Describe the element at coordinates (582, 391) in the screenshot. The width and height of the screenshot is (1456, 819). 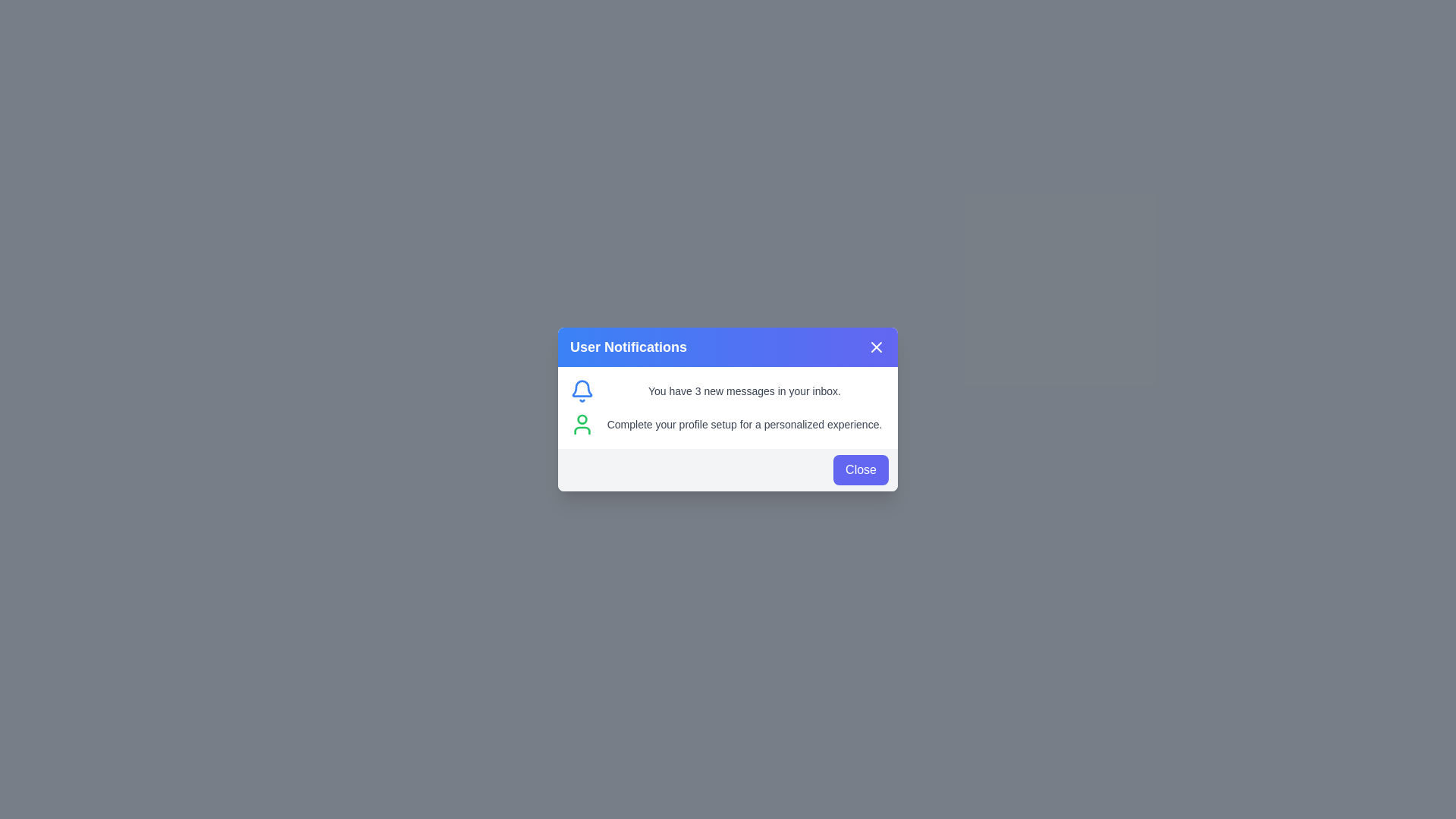
I see `the blue bell-shaped icon that is outlined and hollow, located to the left of the text 'You have 3 new messages in your inbox.'` at that location.